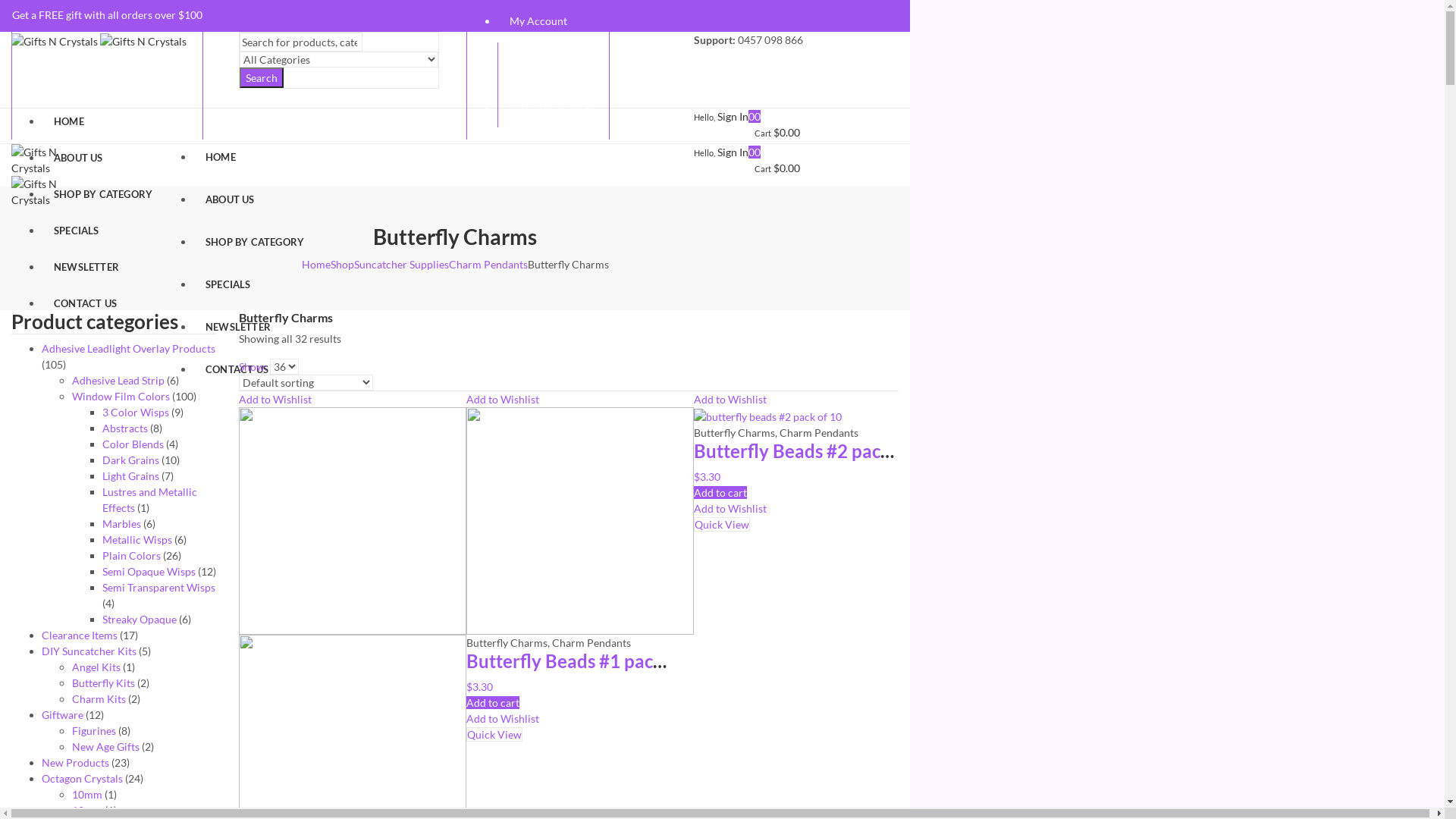 The width and height of the screenshot is (1456, 819). What do you see at coordinates (777, 124) in the screenshot?
I see `'0` at bounding box center [777, 124].